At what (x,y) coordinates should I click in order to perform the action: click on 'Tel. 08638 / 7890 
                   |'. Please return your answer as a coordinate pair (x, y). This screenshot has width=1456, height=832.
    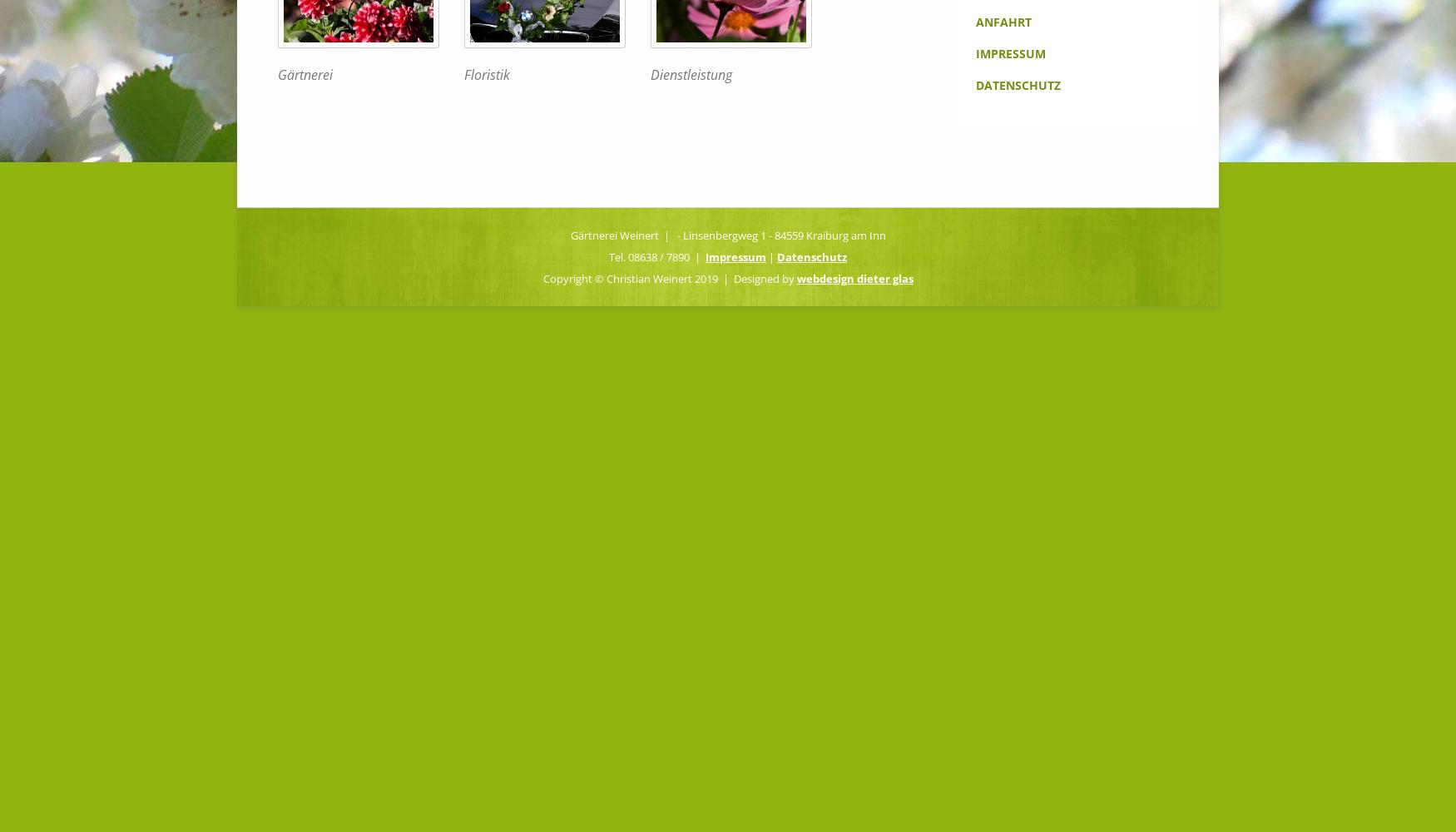
    Looking at the image, I should click on (656, 256).